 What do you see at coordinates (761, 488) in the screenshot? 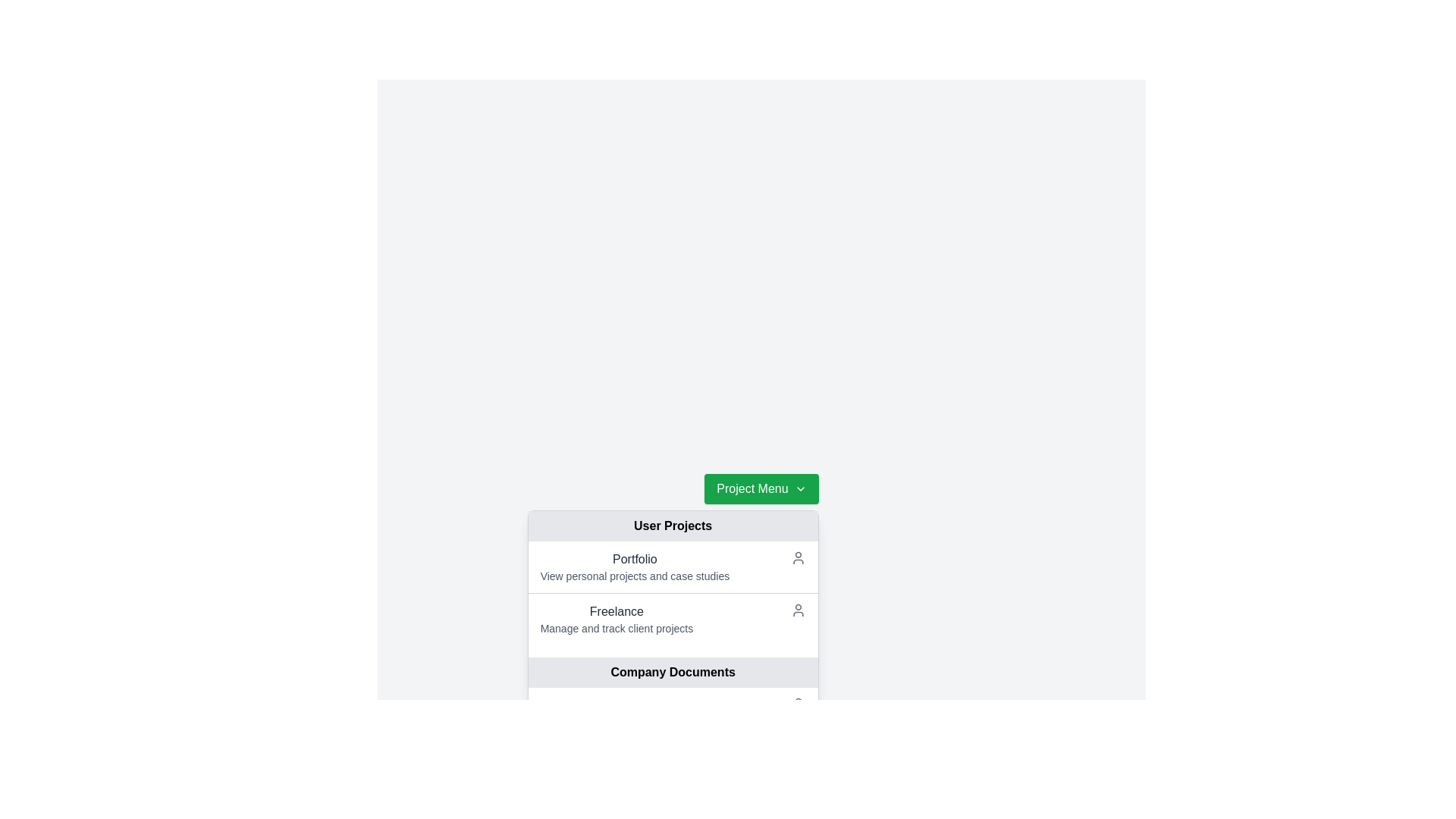
I see `the collapsible menu trigger button located at the top of the dropdown menu` at bounding box center [761, 488].